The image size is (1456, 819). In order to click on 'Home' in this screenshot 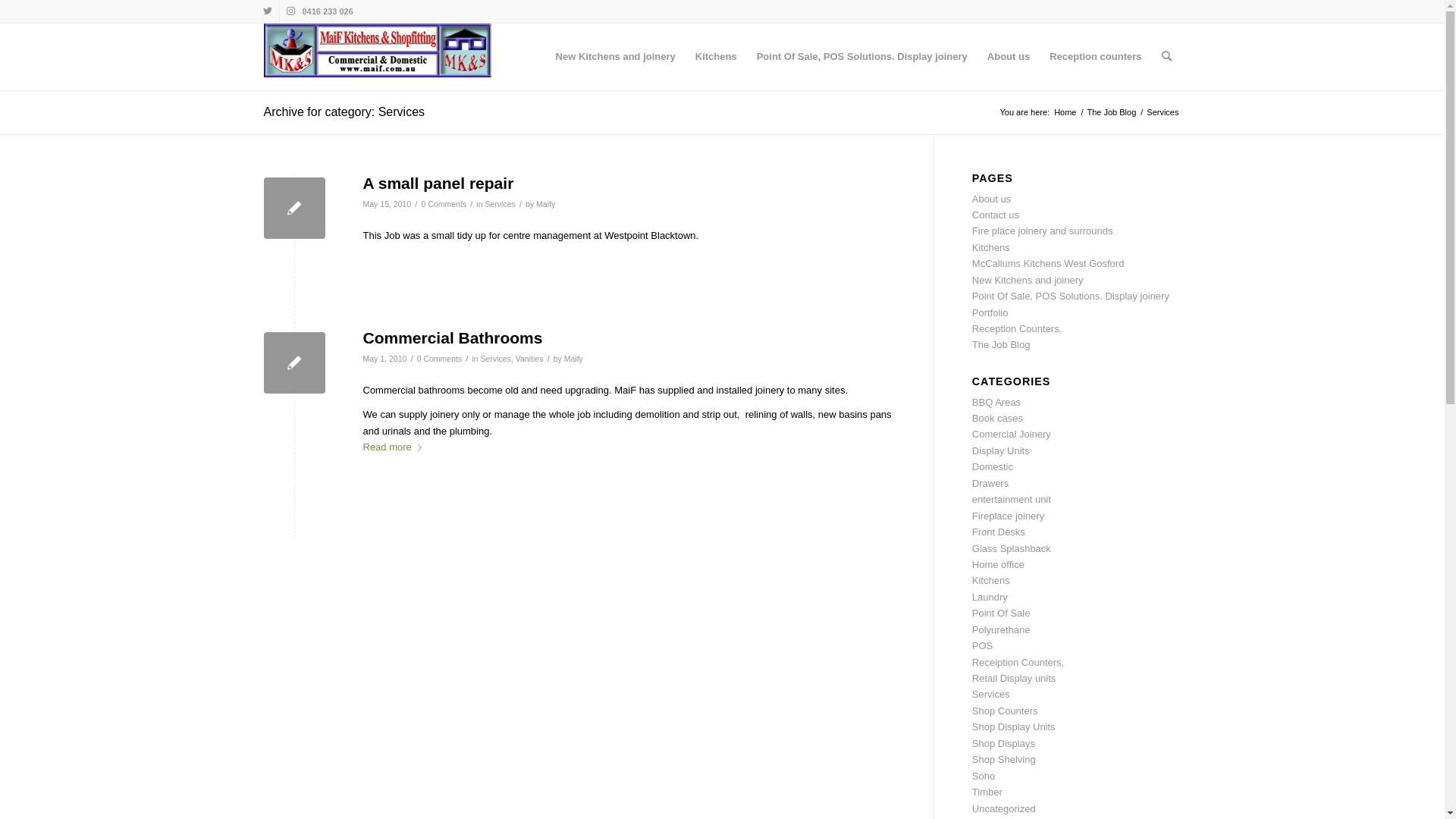, I will do `click(1064, 111)`.